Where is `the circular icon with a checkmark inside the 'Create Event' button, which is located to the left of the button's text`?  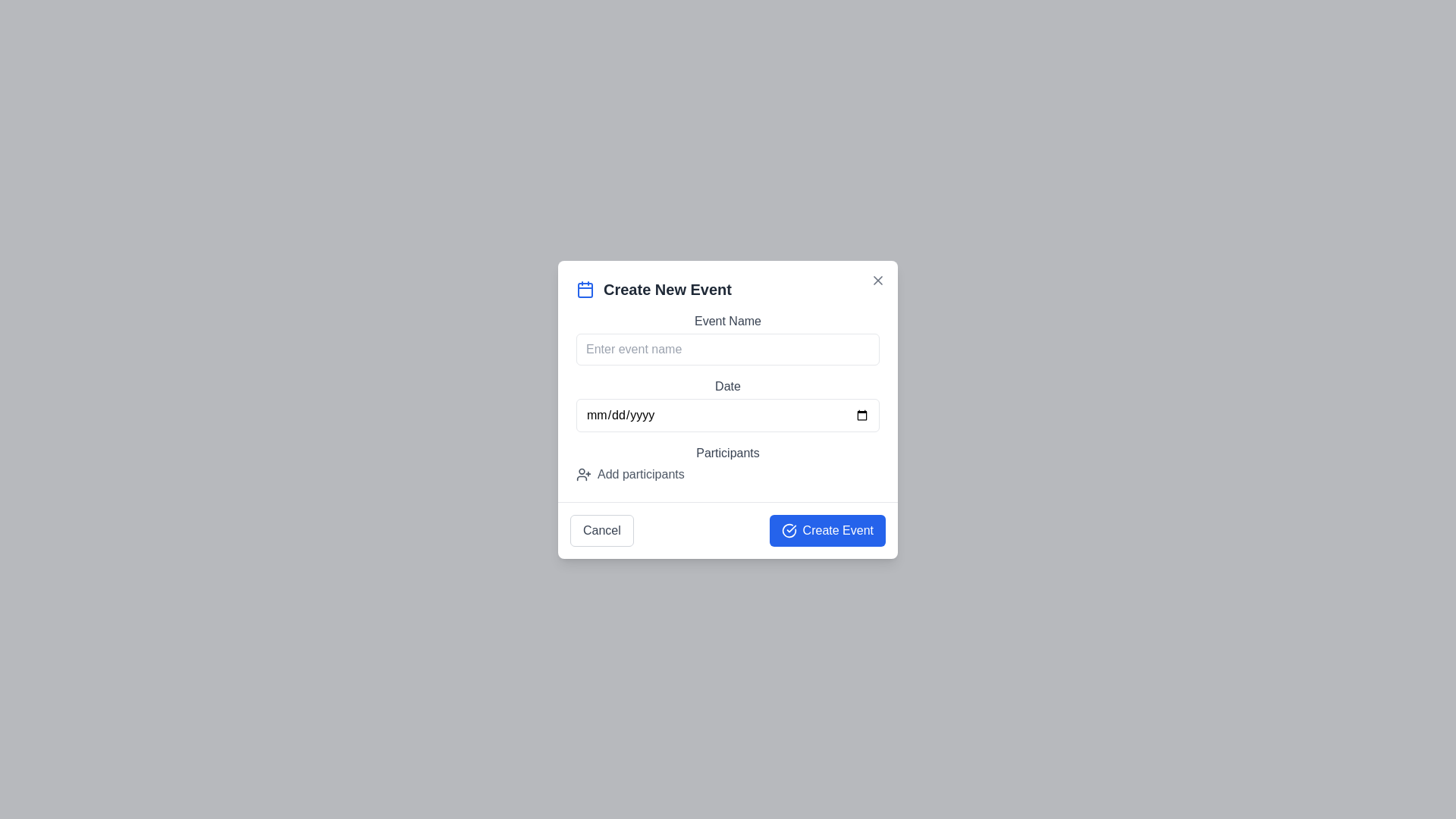
the circular icon with a checkmark inside the 'Create Event' button, which is located to the left of the button's text is located at coordinates (789, 529).